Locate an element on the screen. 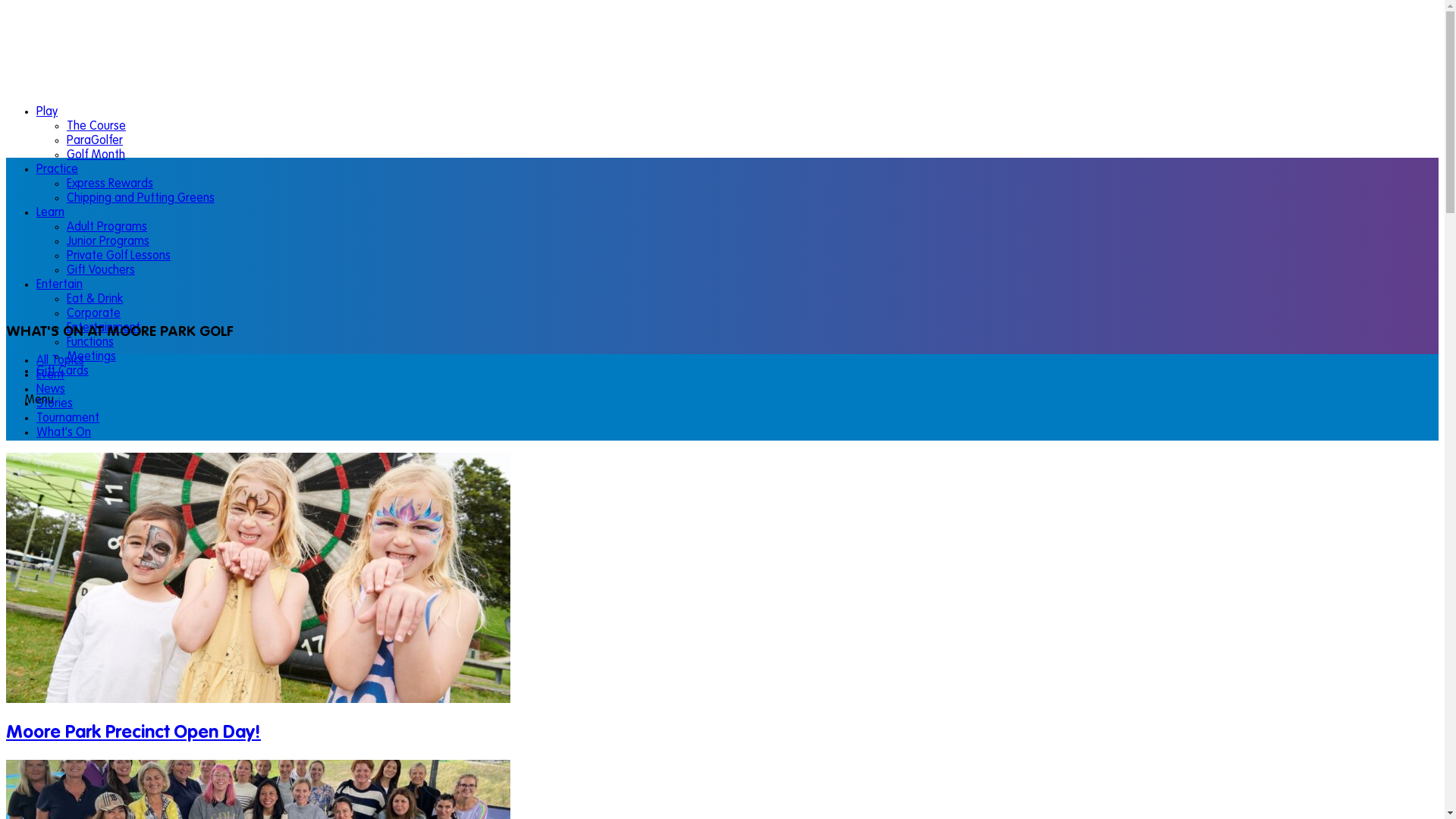 This screenshot has height=819, width=1456. 'Golf Month' is located at coordinates (95, 155).